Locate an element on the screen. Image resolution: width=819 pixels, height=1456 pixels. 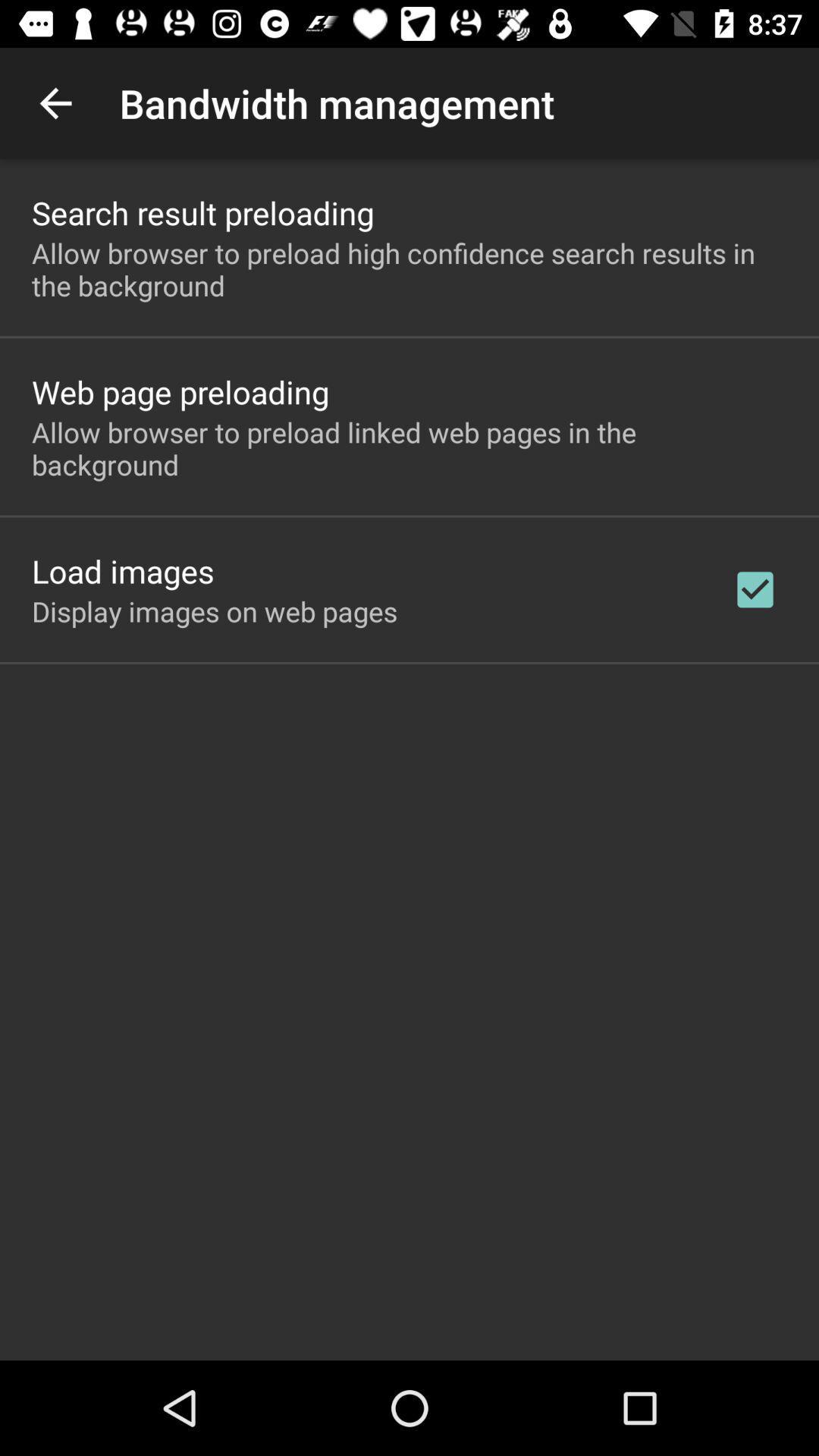
the web page preloading is located at coordinates (180, 391).